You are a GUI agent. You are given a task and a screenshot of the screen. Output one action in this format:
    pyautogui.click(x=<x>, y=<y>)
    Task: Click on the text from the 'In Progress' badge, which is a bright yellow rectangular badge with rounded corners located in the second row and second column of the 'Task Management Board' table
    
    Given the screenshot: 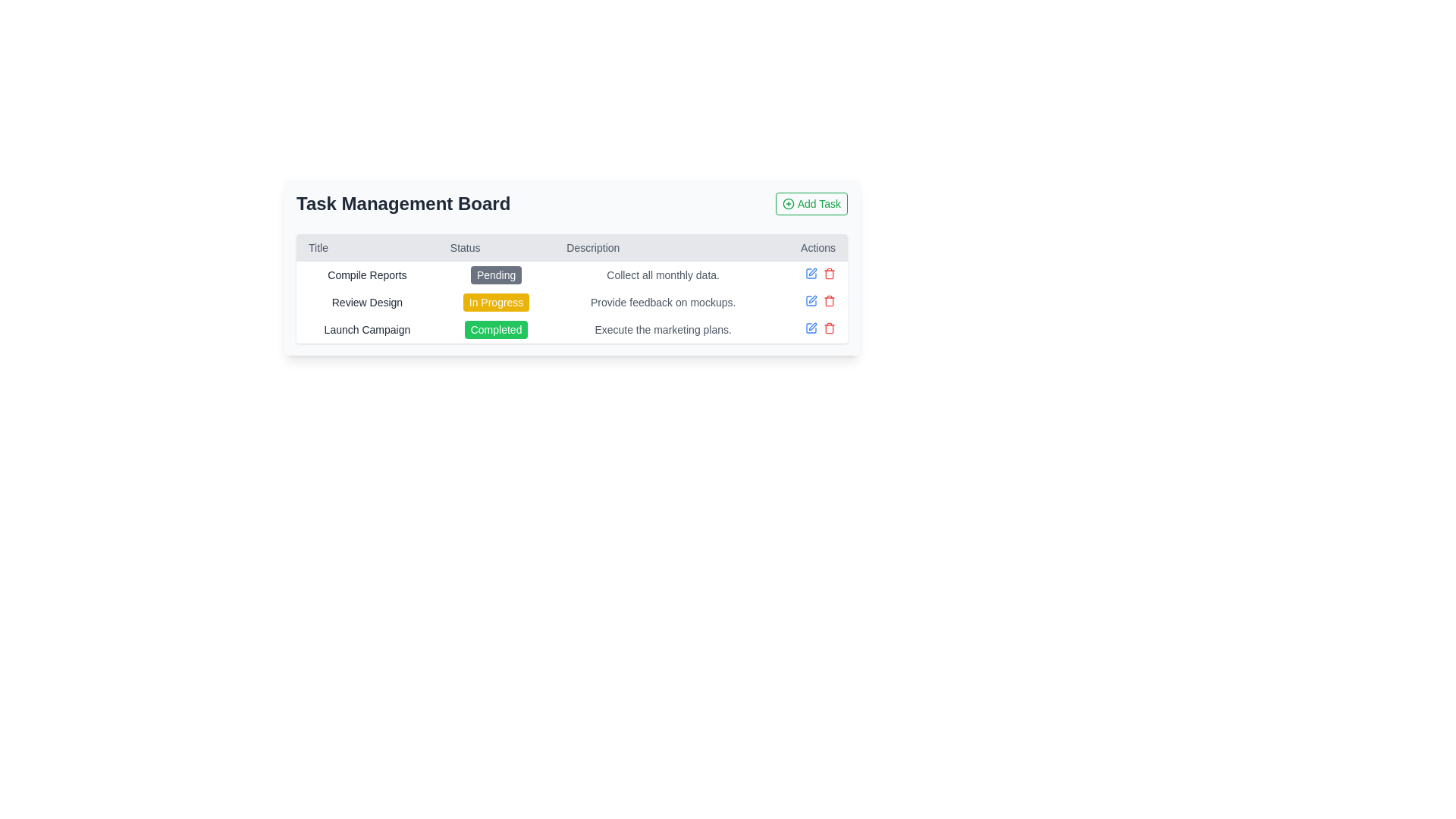 What is the action you would take?
    pyautogui.click(x=496, y=302)
    